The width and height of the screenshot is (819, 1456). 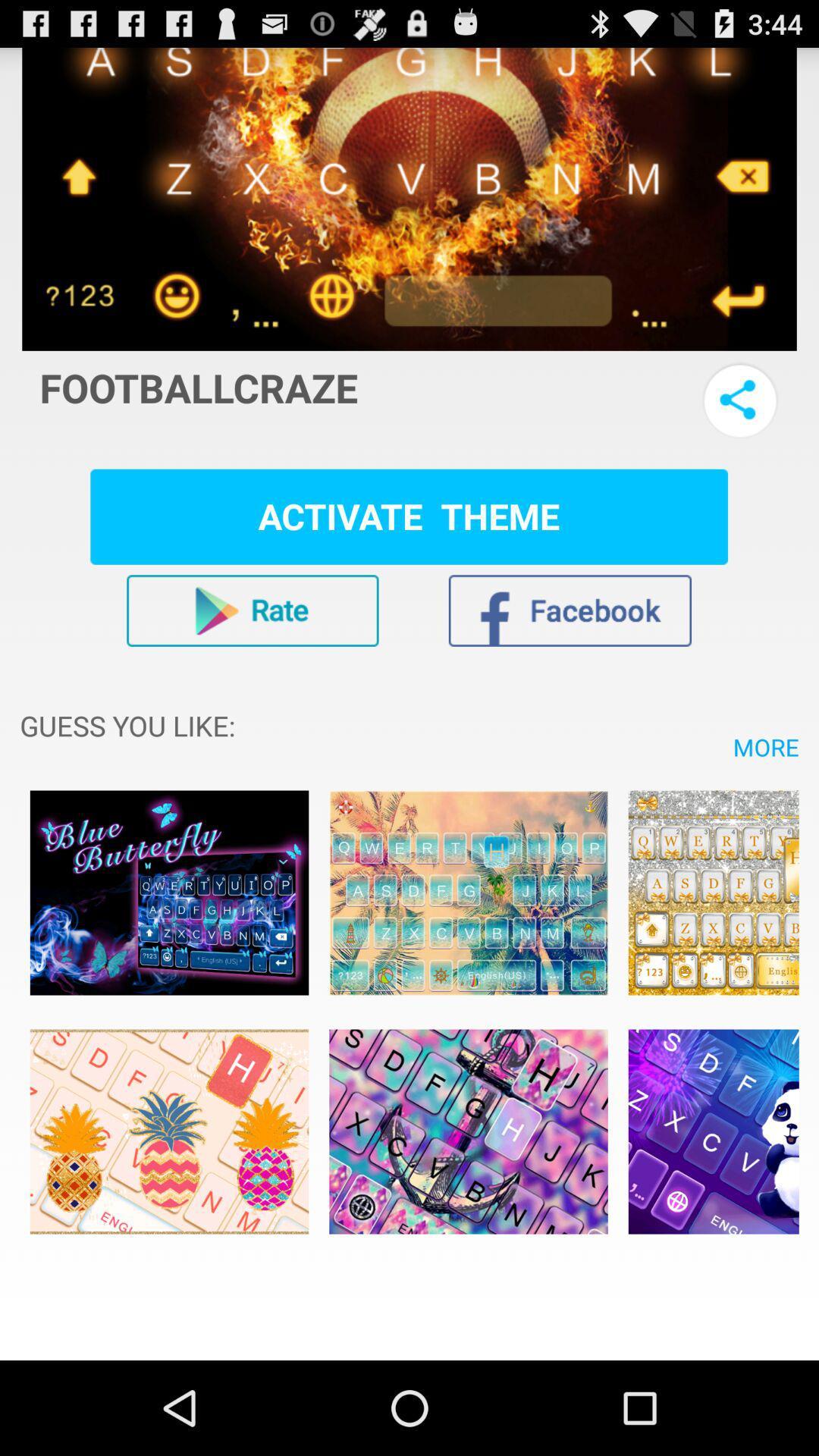 I want to click on to select your choice, so click(x=169, y=893).